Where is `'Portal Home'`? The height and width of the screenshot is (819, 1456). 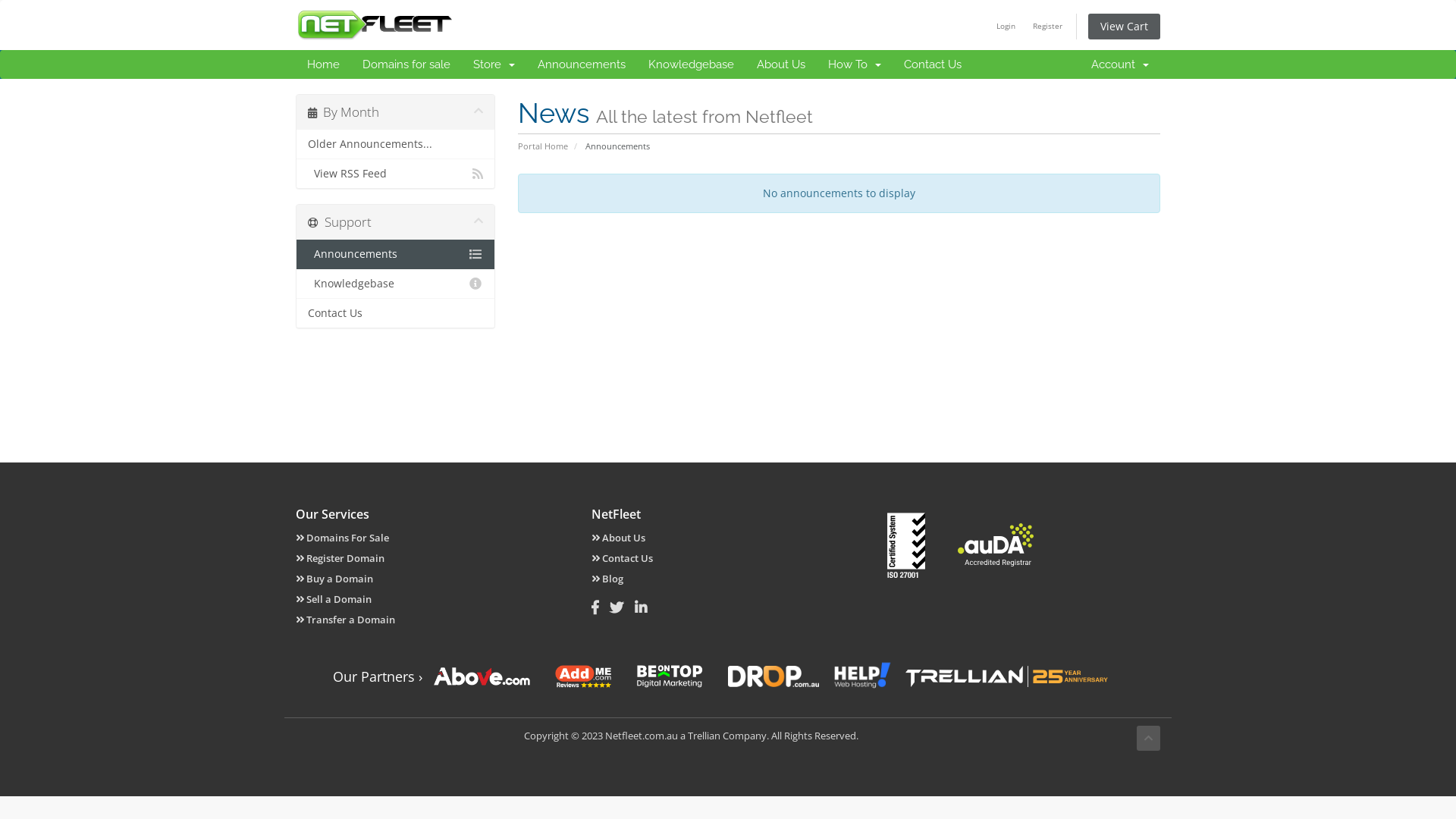 'Portal Home' is located at coordinates (542, 146).